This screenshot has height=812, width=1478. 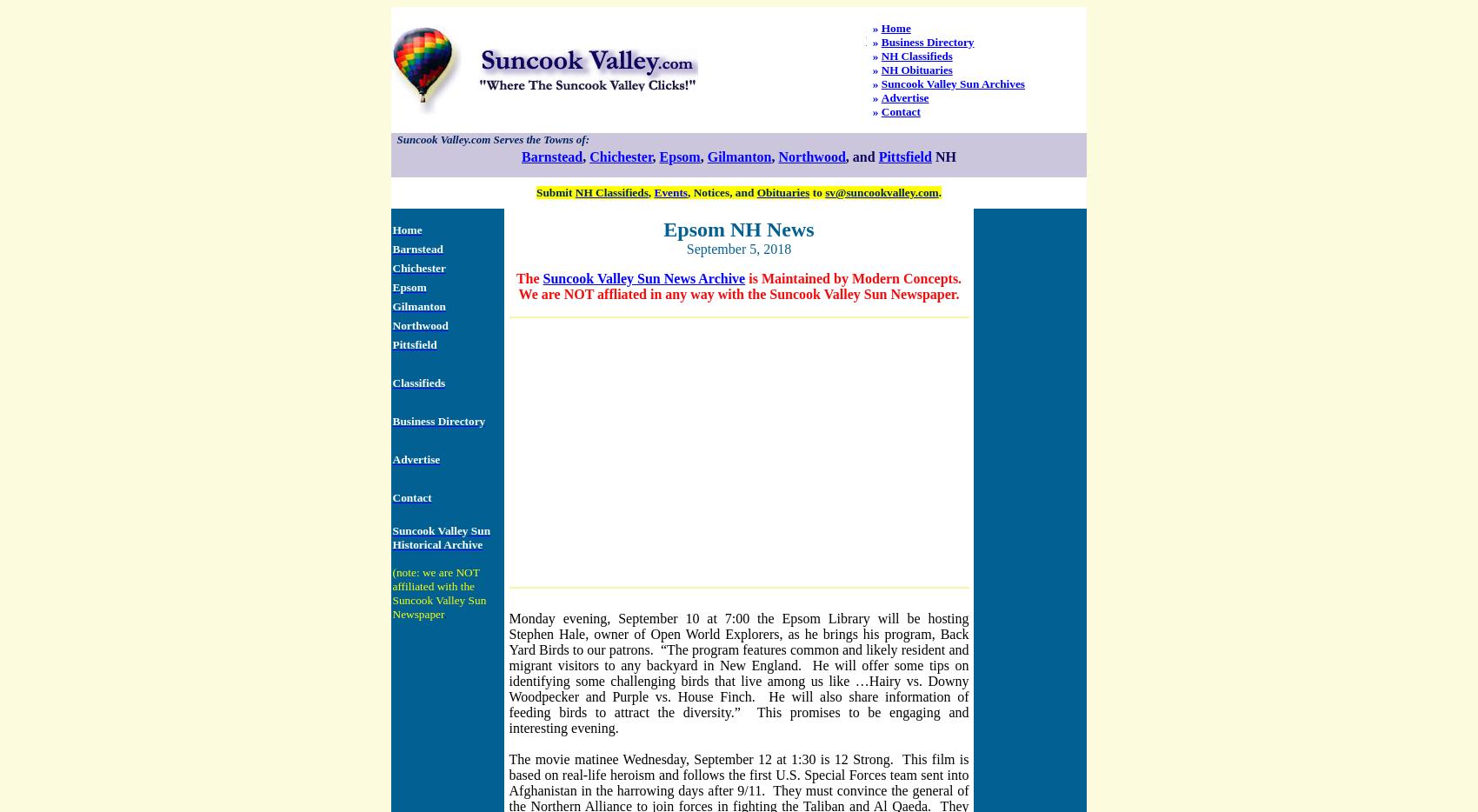 I want to click on 'to', so click(x=816, y=190).